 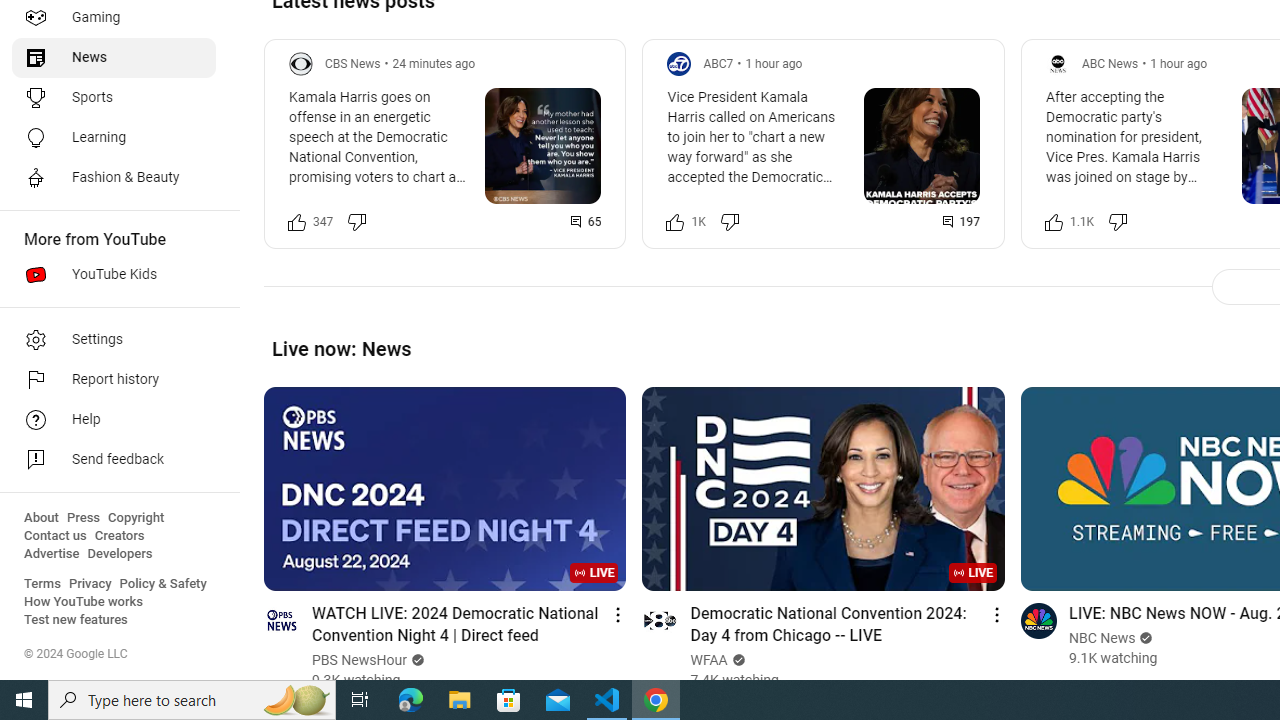 What do you see at coordinates (118, 535) in the screenshot?
I see `'Creators'` at bounding box center [118, 535].